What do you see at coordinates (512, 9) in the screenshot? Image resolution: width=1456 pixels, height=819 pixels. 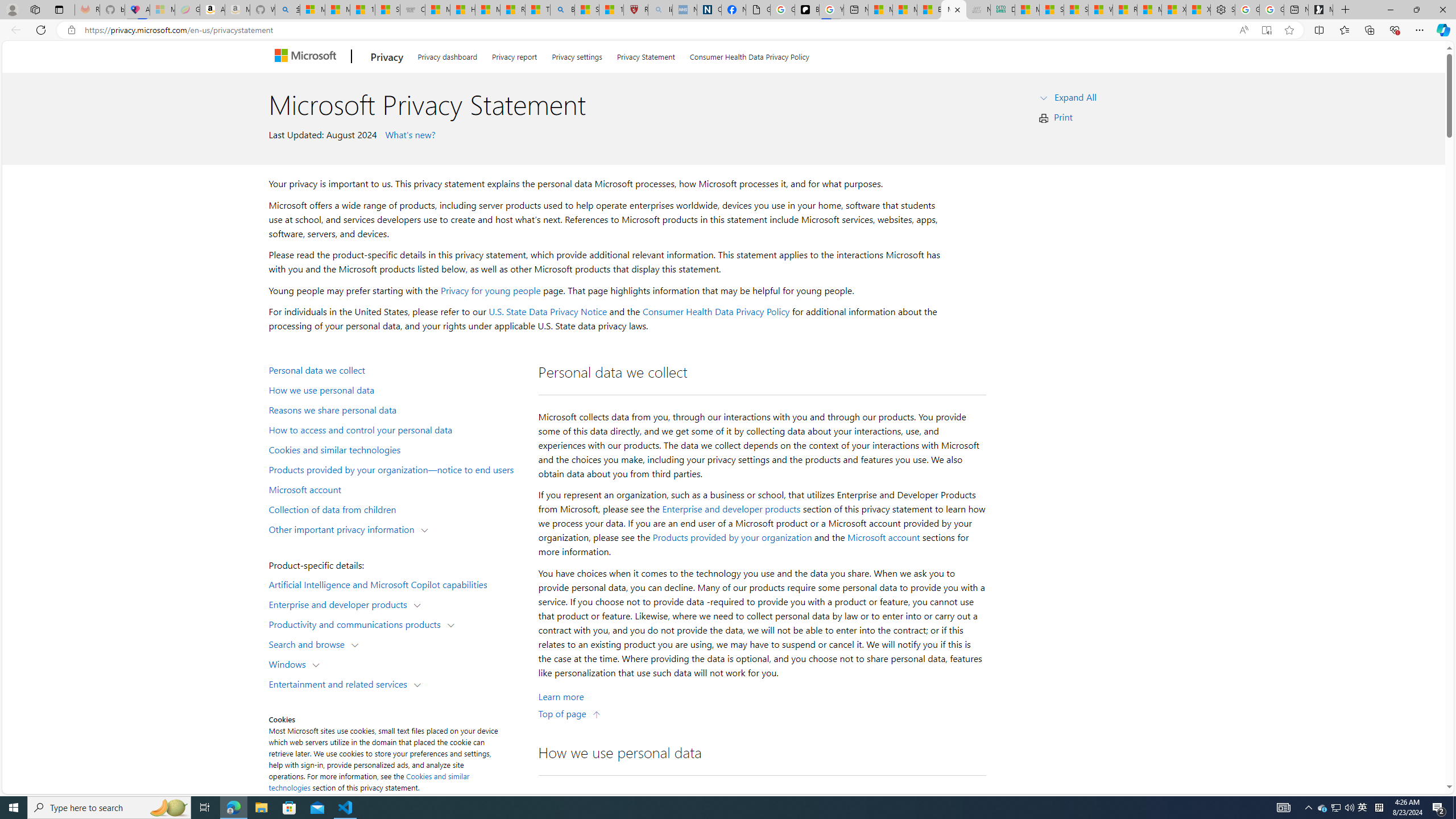 I see `'Recipes - MSN'` at bounding box center [512, 9].